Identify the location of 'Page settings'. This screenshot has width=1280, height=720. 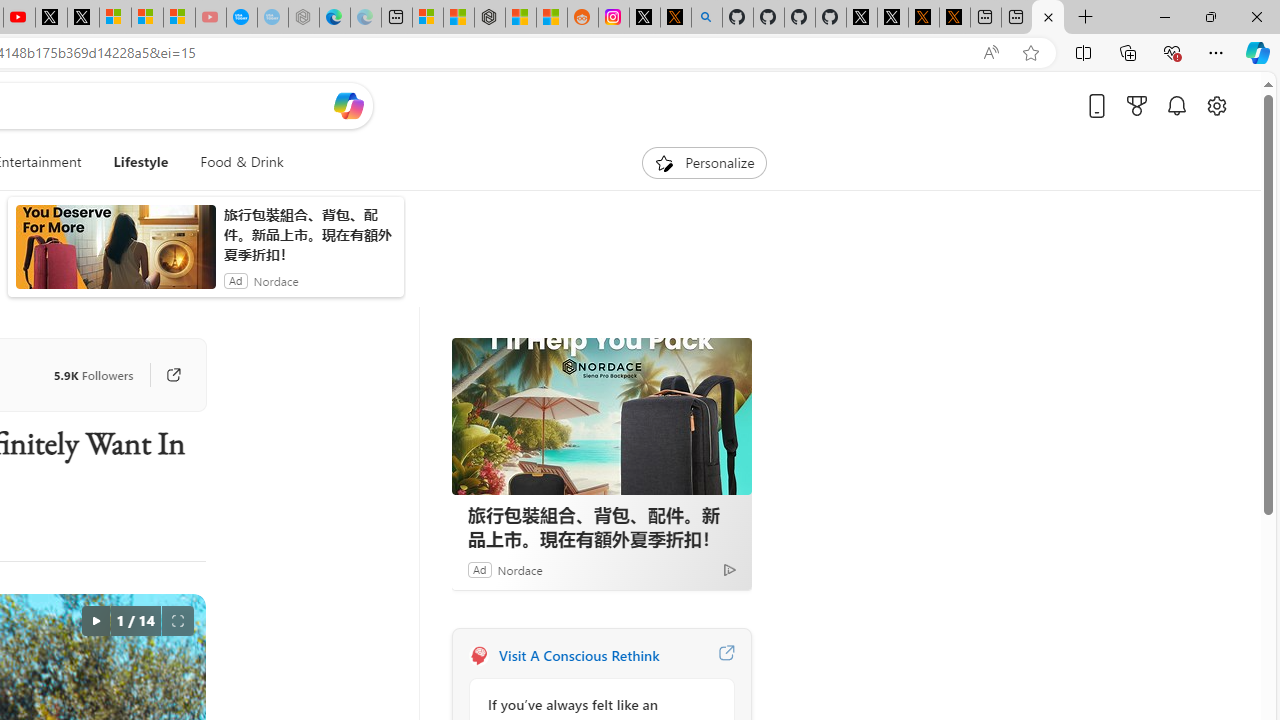
(1215, 137).